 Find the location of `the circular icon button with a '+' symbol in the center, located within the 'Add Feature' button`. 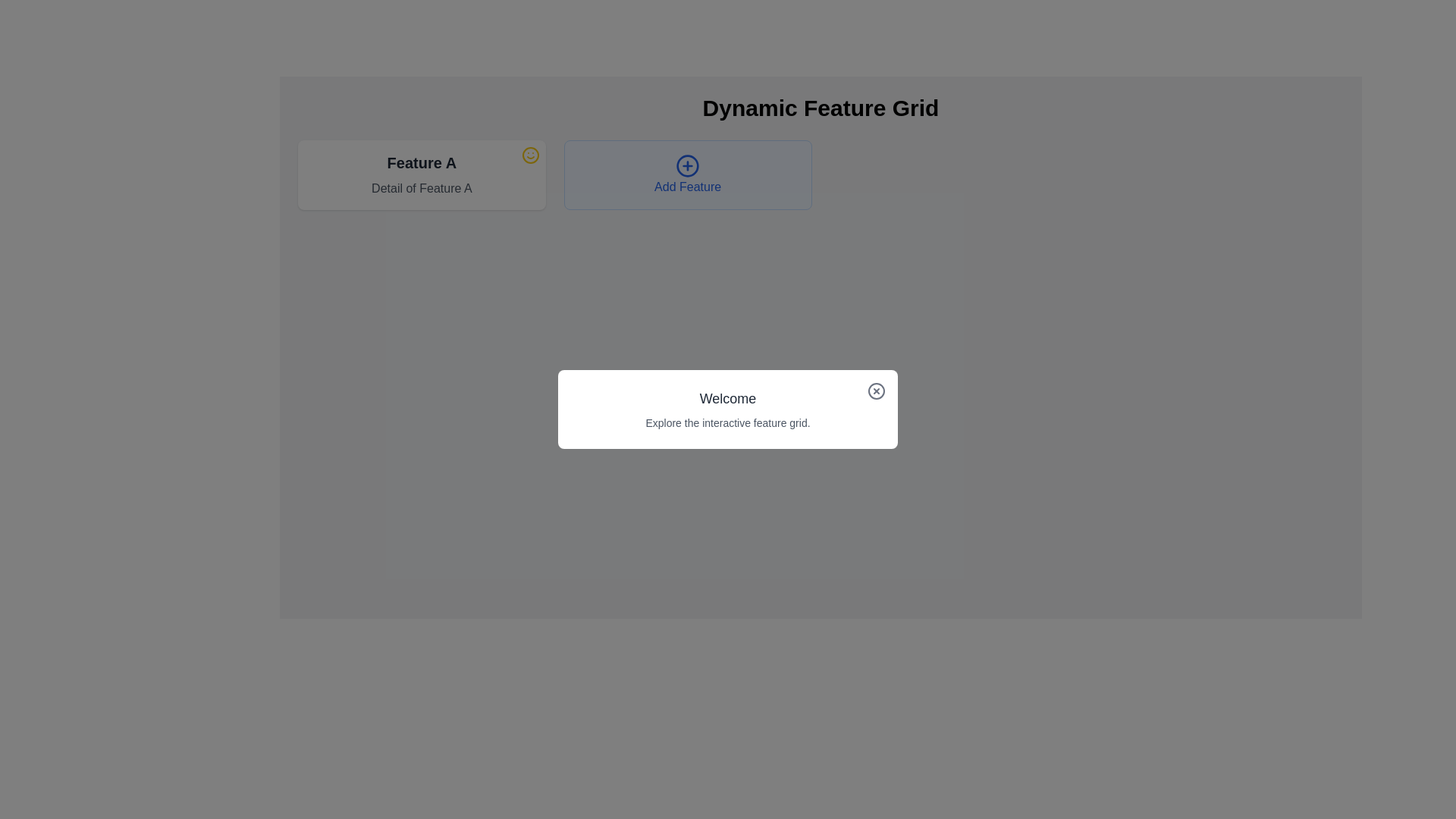

the circular icon button with a '+' symbol in the center, located within the 'Add Feature' button is located at coordinates (687, 166).